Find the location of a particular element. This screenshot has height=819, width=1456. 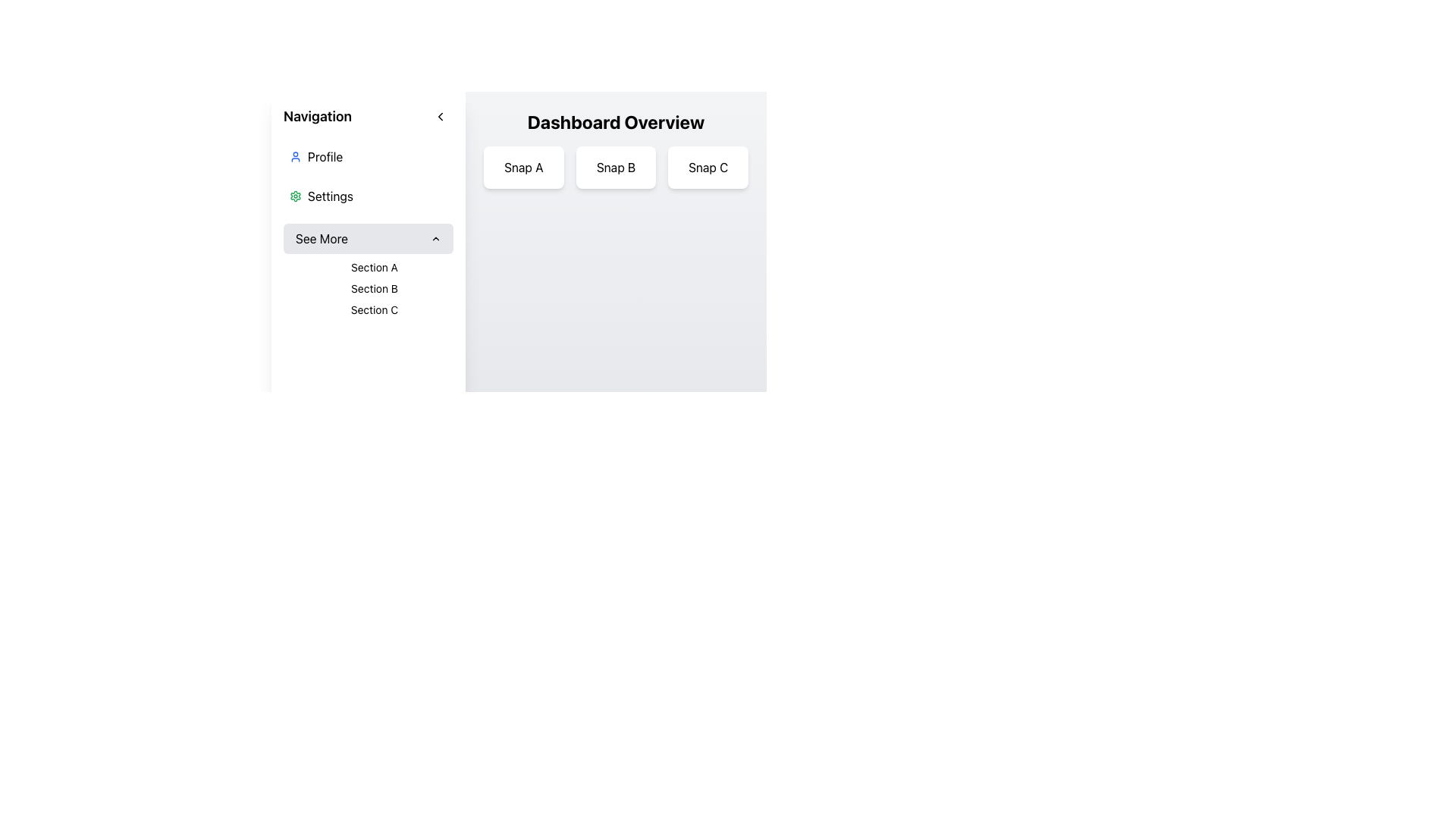

text label displaying 'Section C', which is the last item in the dropdown menu of sections is located at coordinates (375, 309).